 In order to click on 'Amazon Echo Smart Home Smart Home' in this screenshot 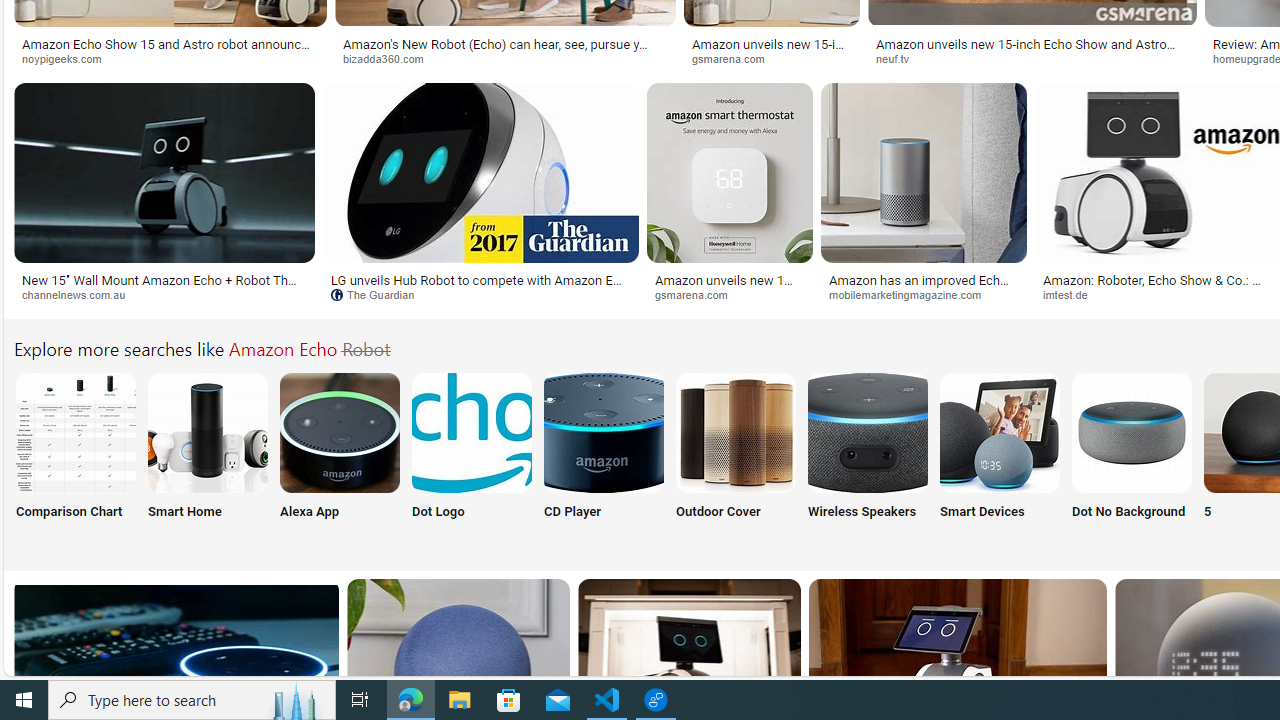, I will do `click(208, 458)`.